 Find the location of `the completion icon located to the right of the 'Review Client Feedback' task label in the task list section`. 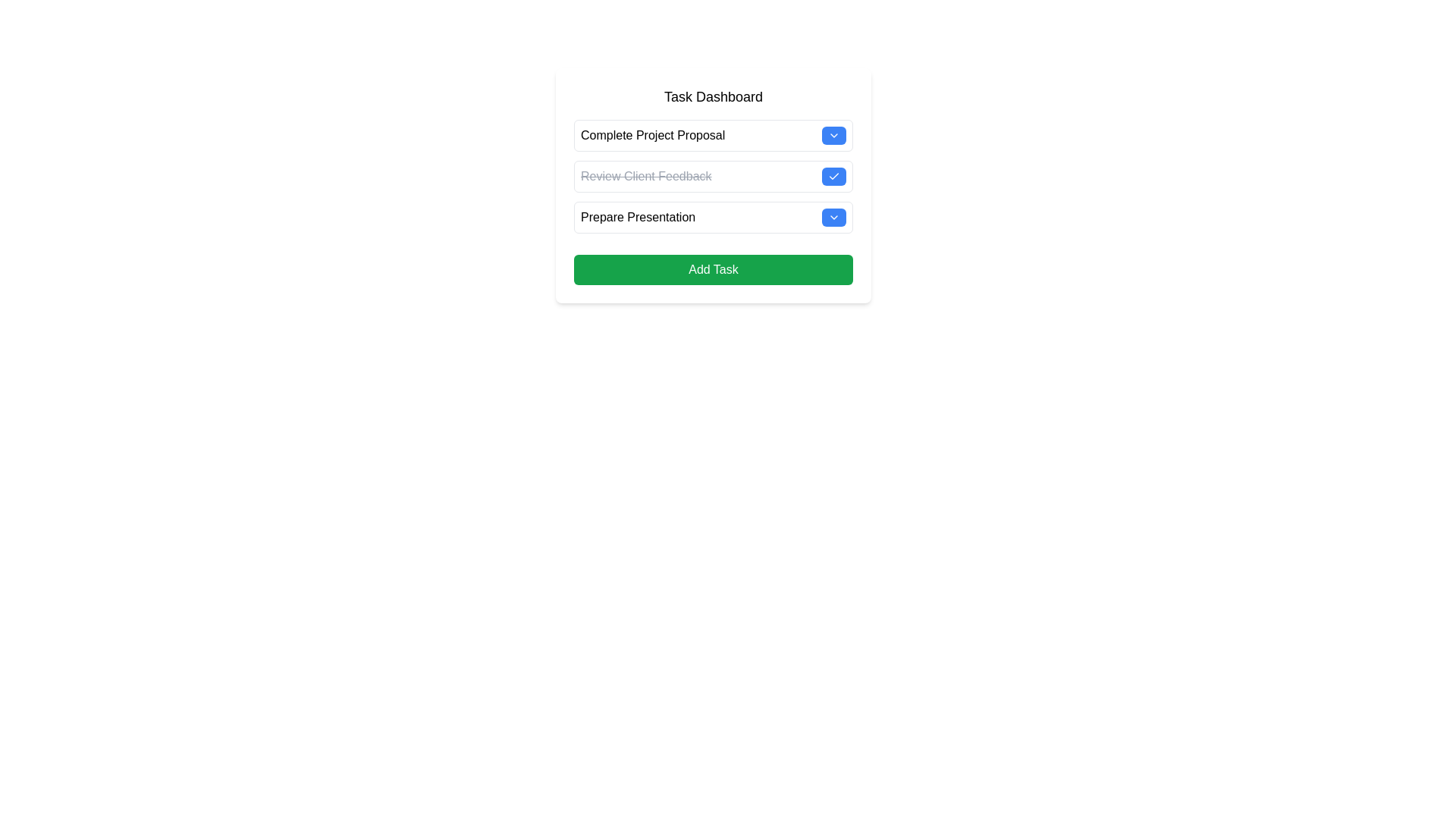

the completion icon located to the right of the 'Review Client Feedback' task label in the task list section is located at coordinates (833, 175).